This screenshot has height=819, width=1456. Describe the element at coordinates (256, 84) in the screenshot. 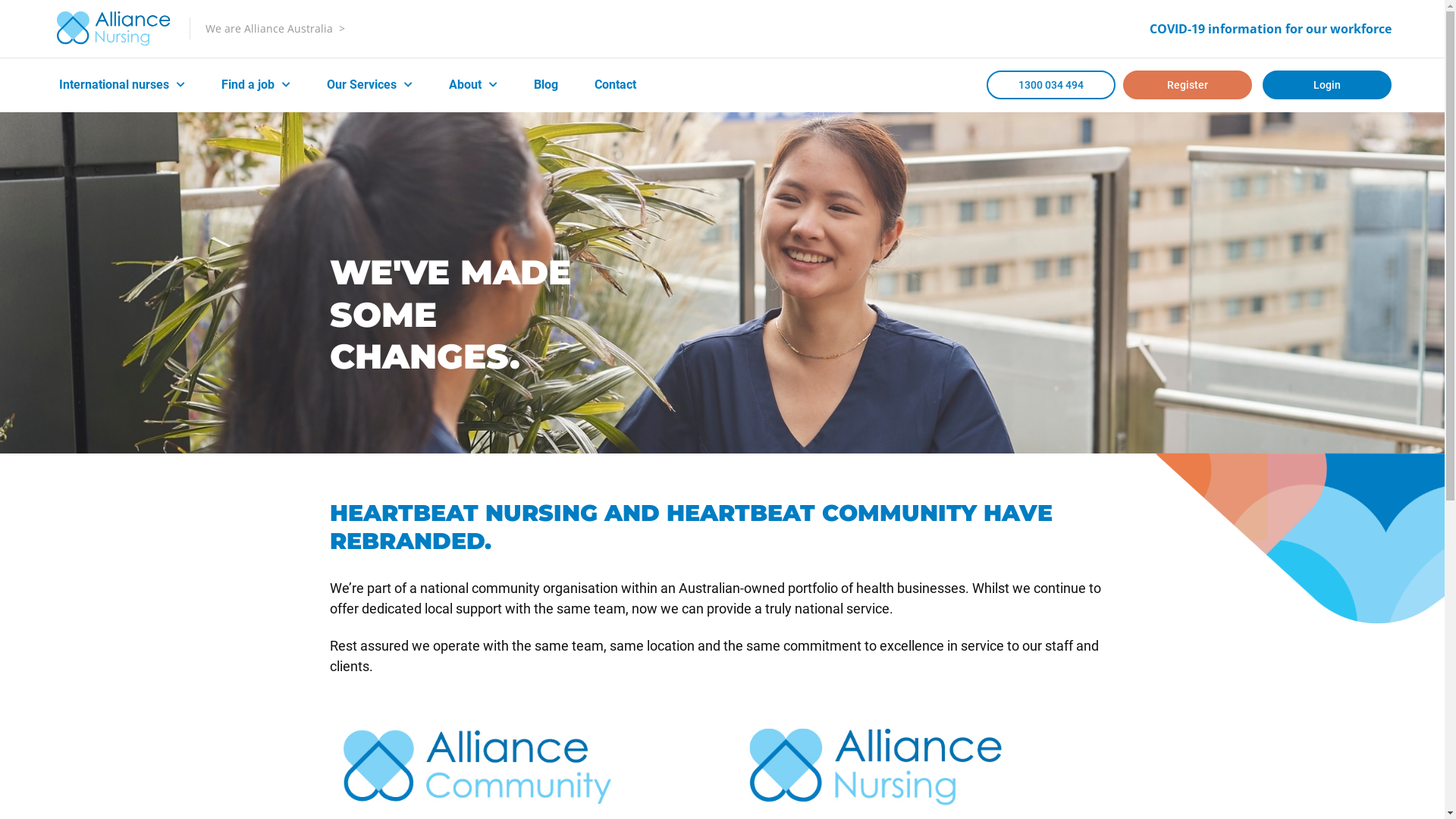

I see `'Find a job'` at that location.